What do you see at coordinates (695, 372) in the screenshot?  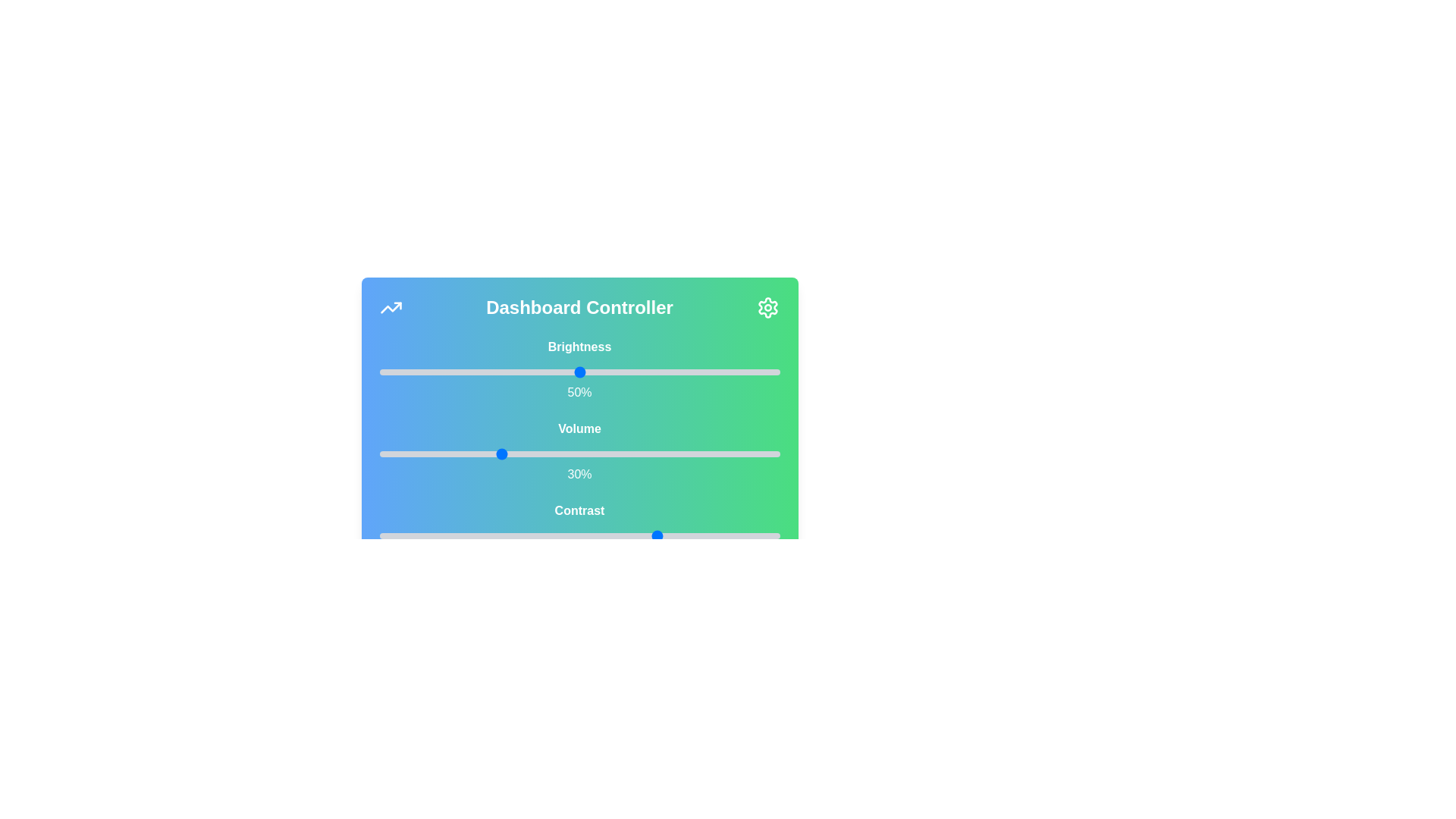 I see `the brightness slider to 79%` at bounding box center [695, 372].